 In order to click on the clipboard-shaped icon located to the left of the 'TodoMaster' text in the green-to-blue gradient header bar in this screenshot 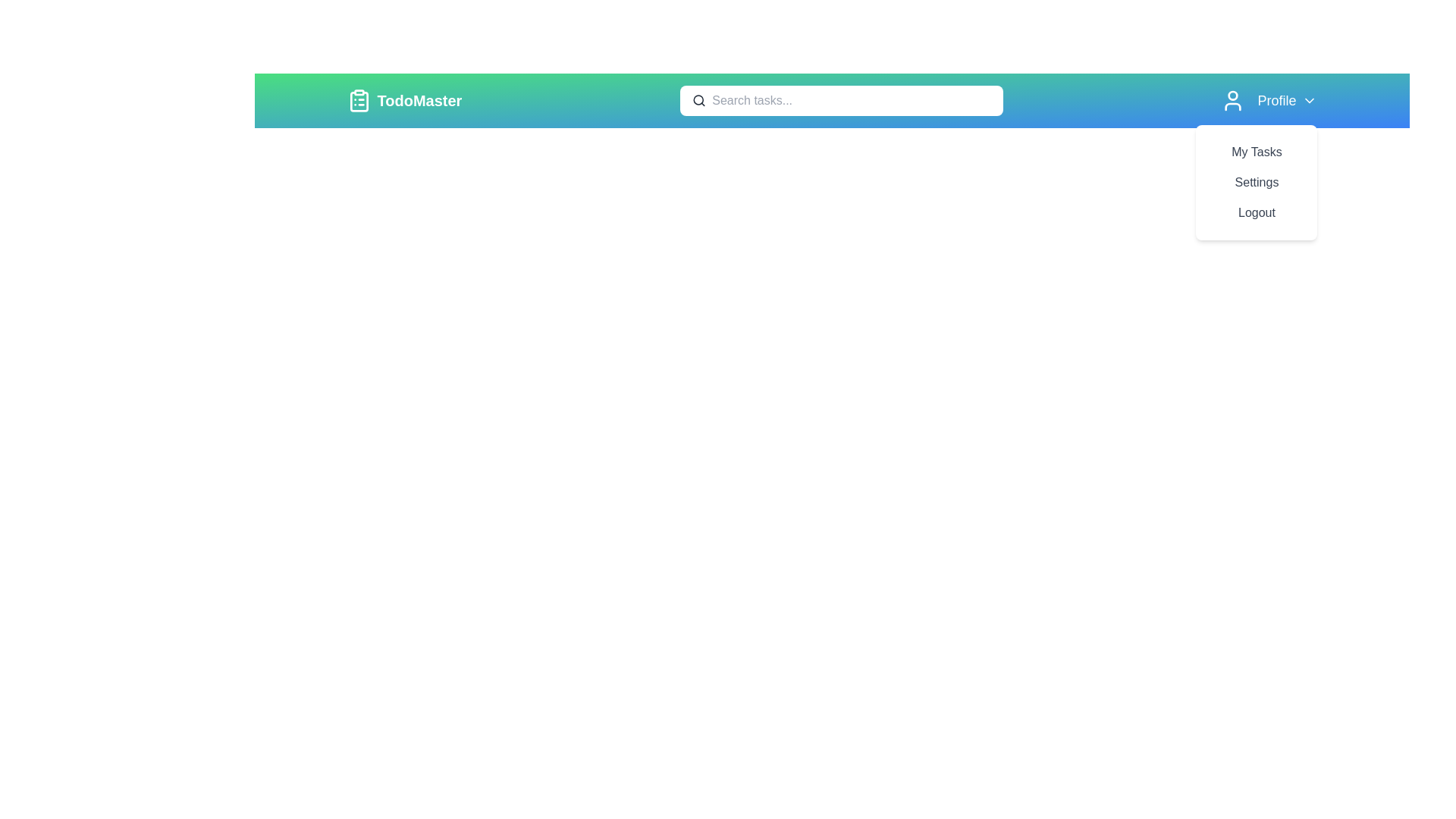, I will do `click(358, 100)`.